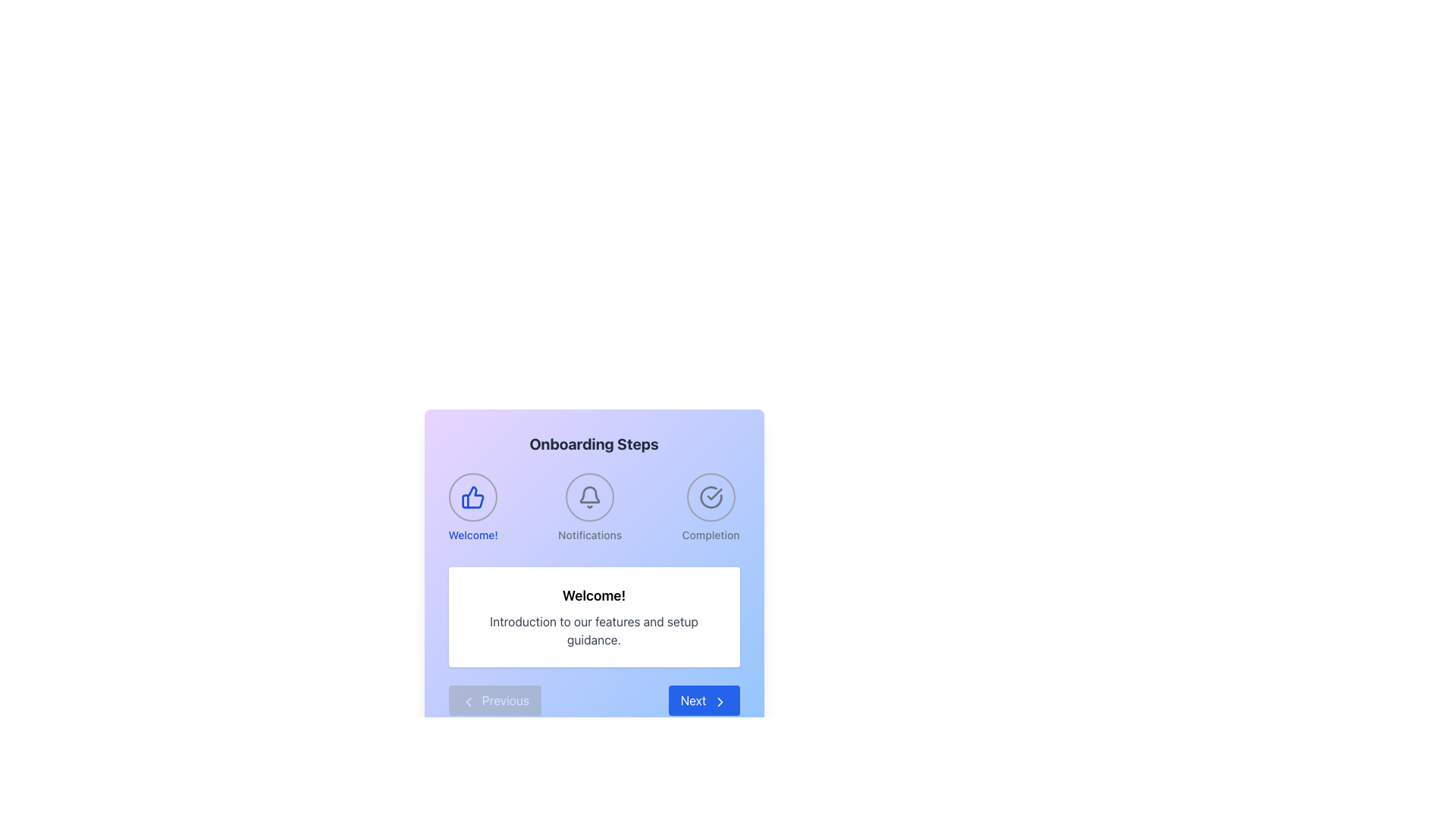  I want to click on the circular icon in the 'Completion' section of the onboarding process, which is the only visible graphic element in that area, so click(710, 497).